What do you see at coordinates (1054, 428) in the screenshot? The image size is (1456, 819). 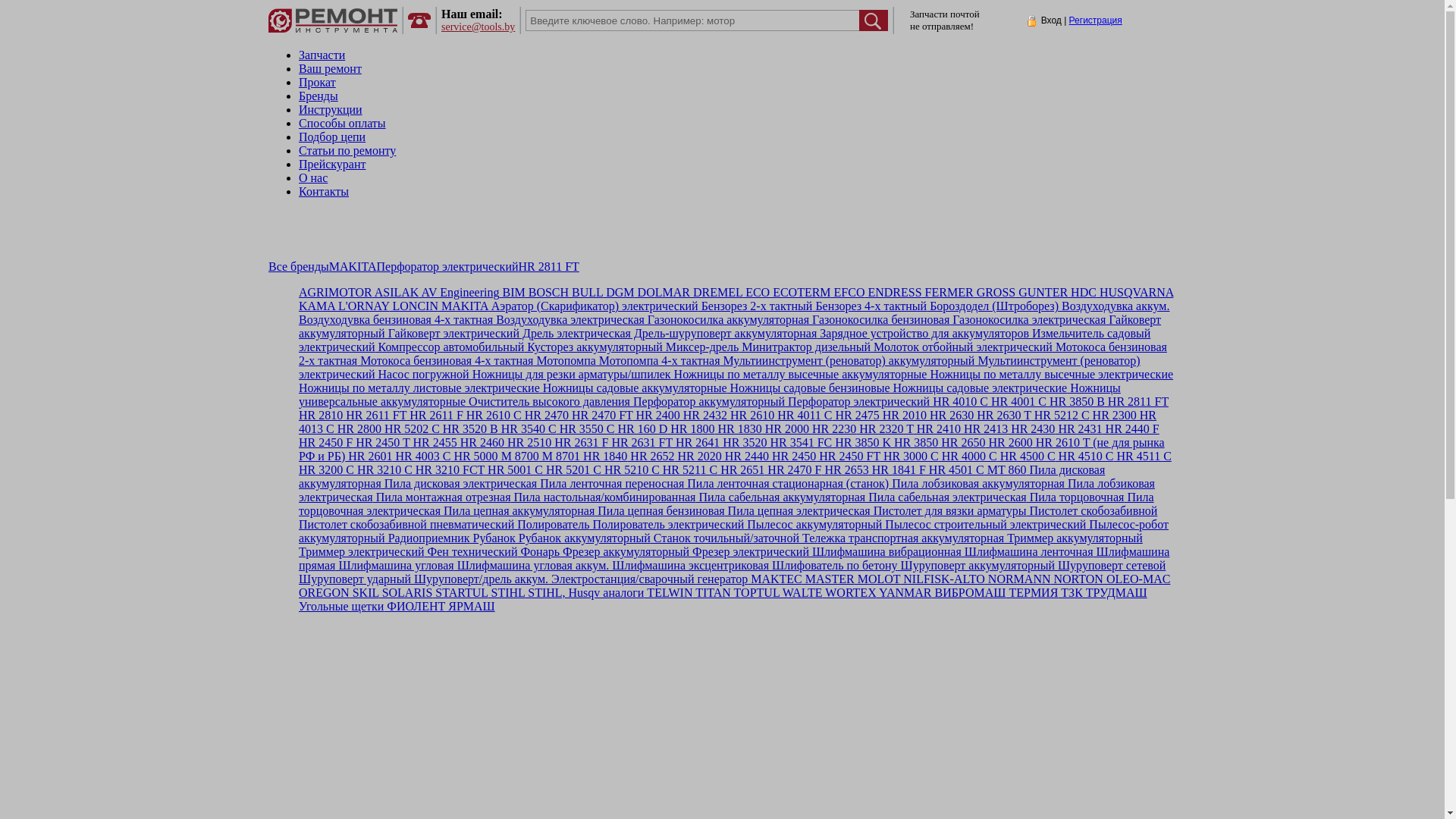 I see `'HR 2431'` at bounding box center [1054, 428].